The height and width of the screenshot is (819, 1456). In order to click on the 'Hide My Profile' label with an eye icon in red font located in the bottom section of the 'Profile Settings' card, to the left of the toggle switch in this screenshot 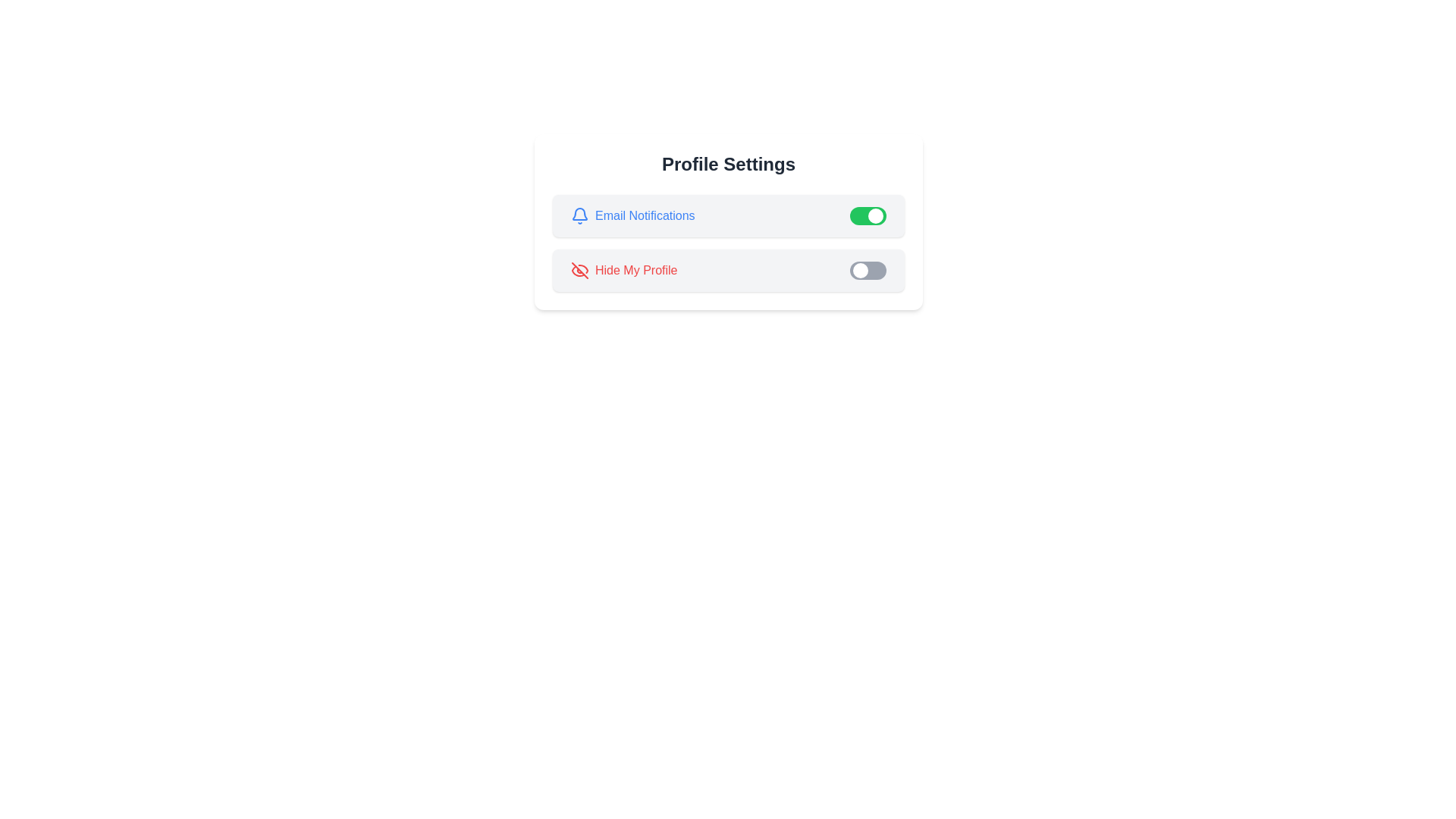, I will do `click(624, 270)`.